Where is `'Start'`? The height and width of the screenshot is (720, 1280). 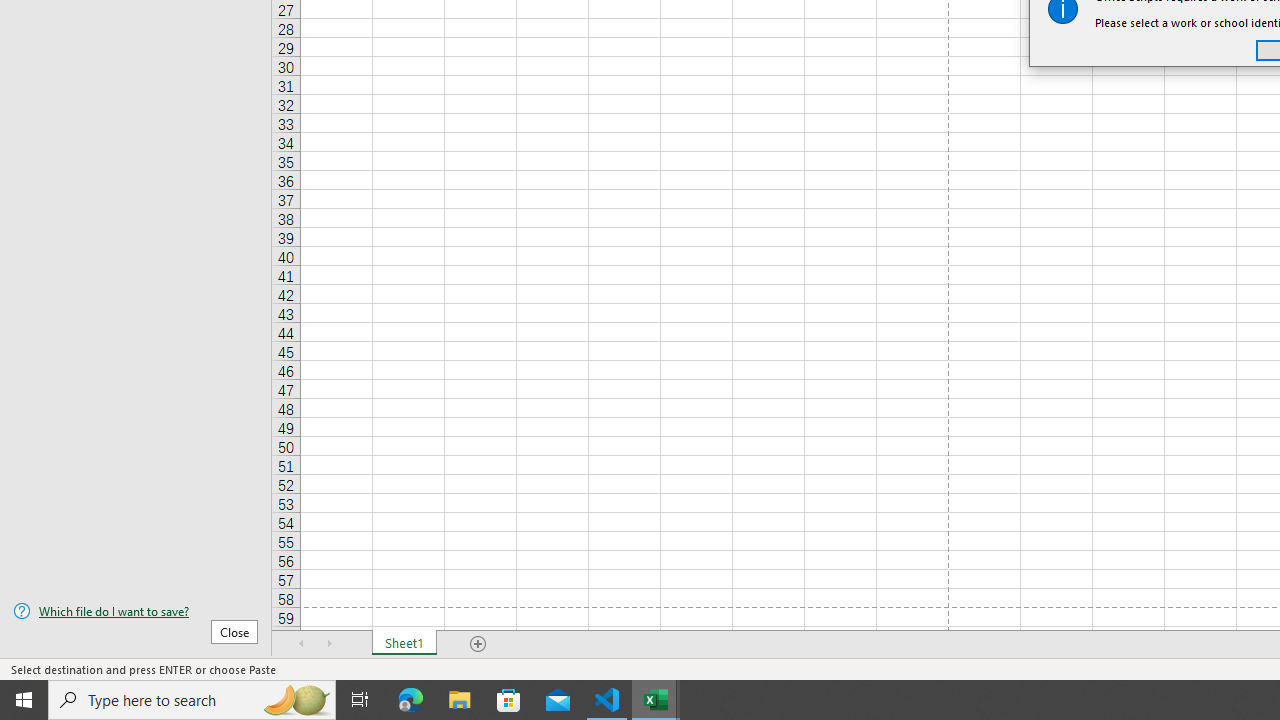
'Start' is located at coordinates (24, 698).